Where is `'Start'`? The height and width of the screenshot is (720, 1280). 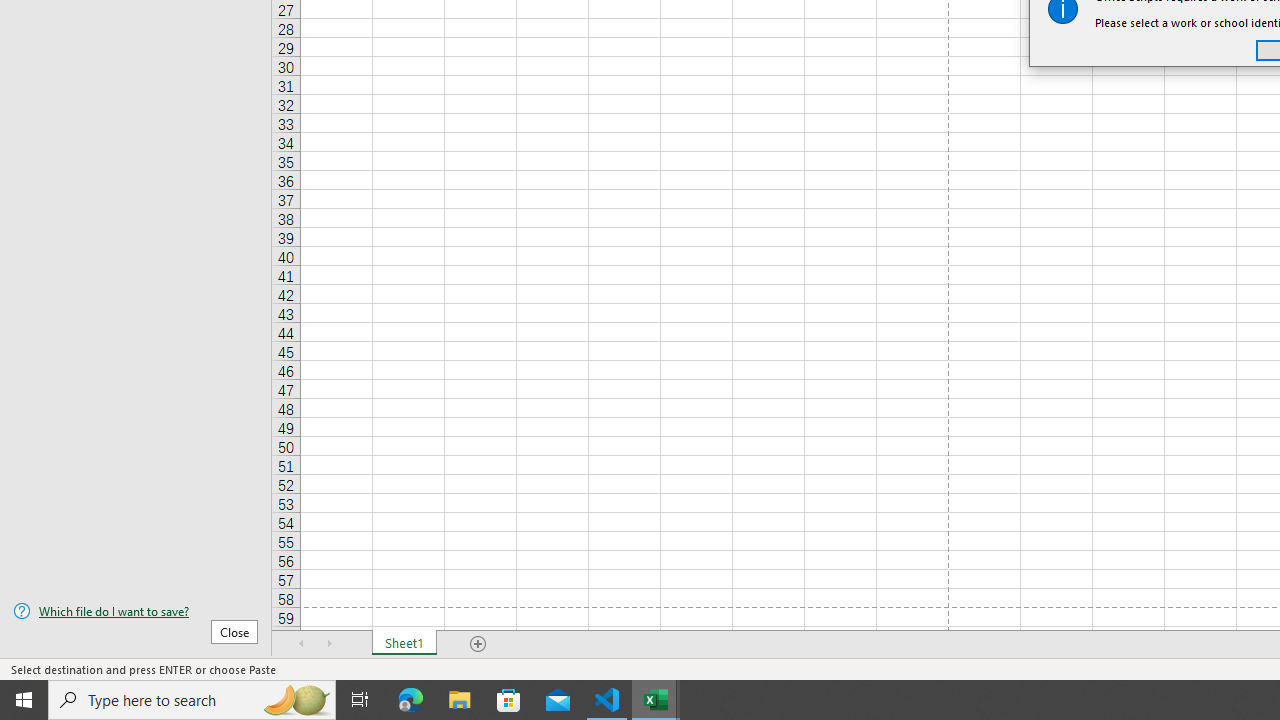
'Start' is located at coordinates (24, 698).